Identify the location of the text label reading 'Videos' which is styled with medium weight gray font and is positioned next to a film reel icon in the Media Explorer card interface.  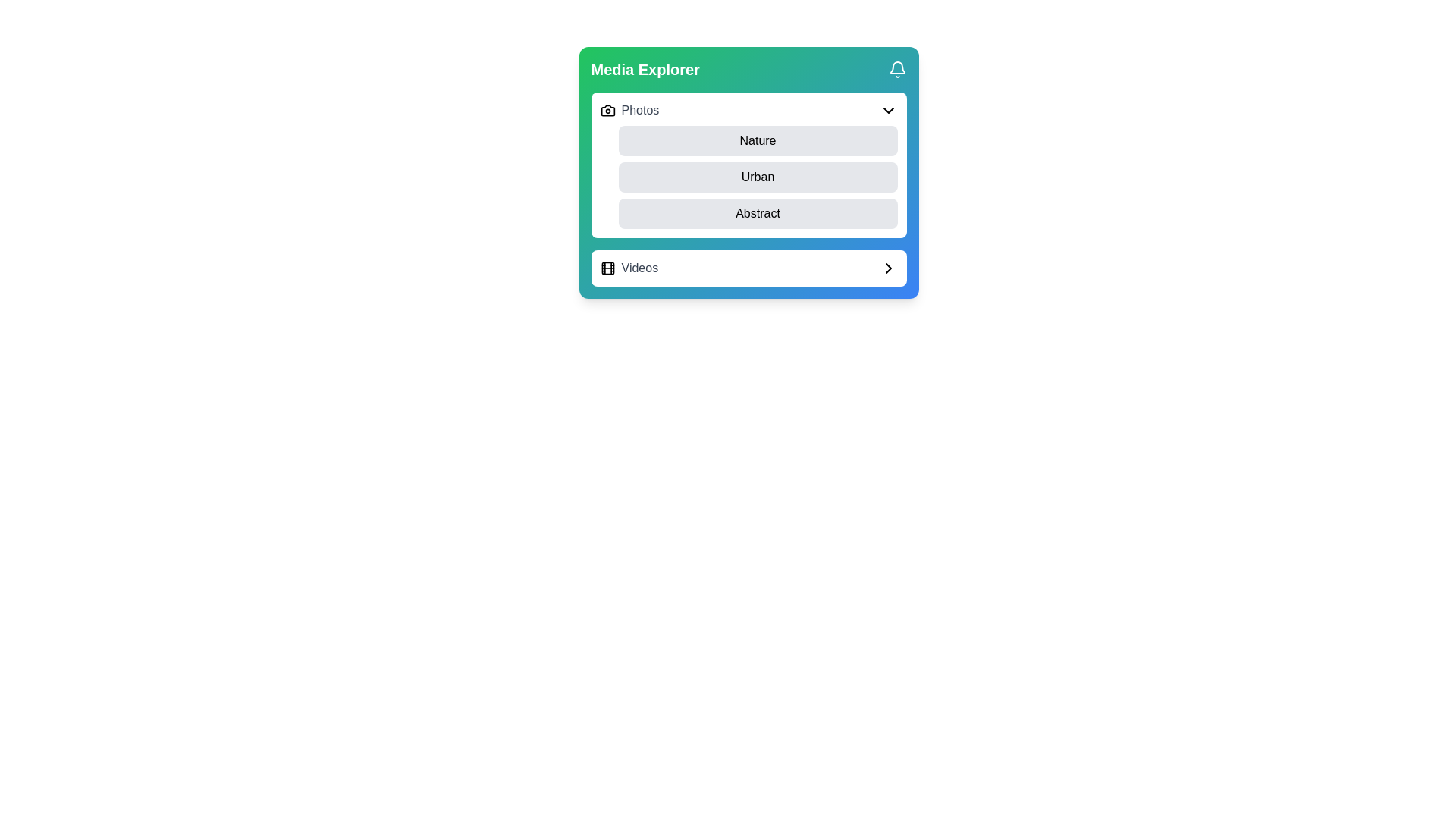
(639, 268).